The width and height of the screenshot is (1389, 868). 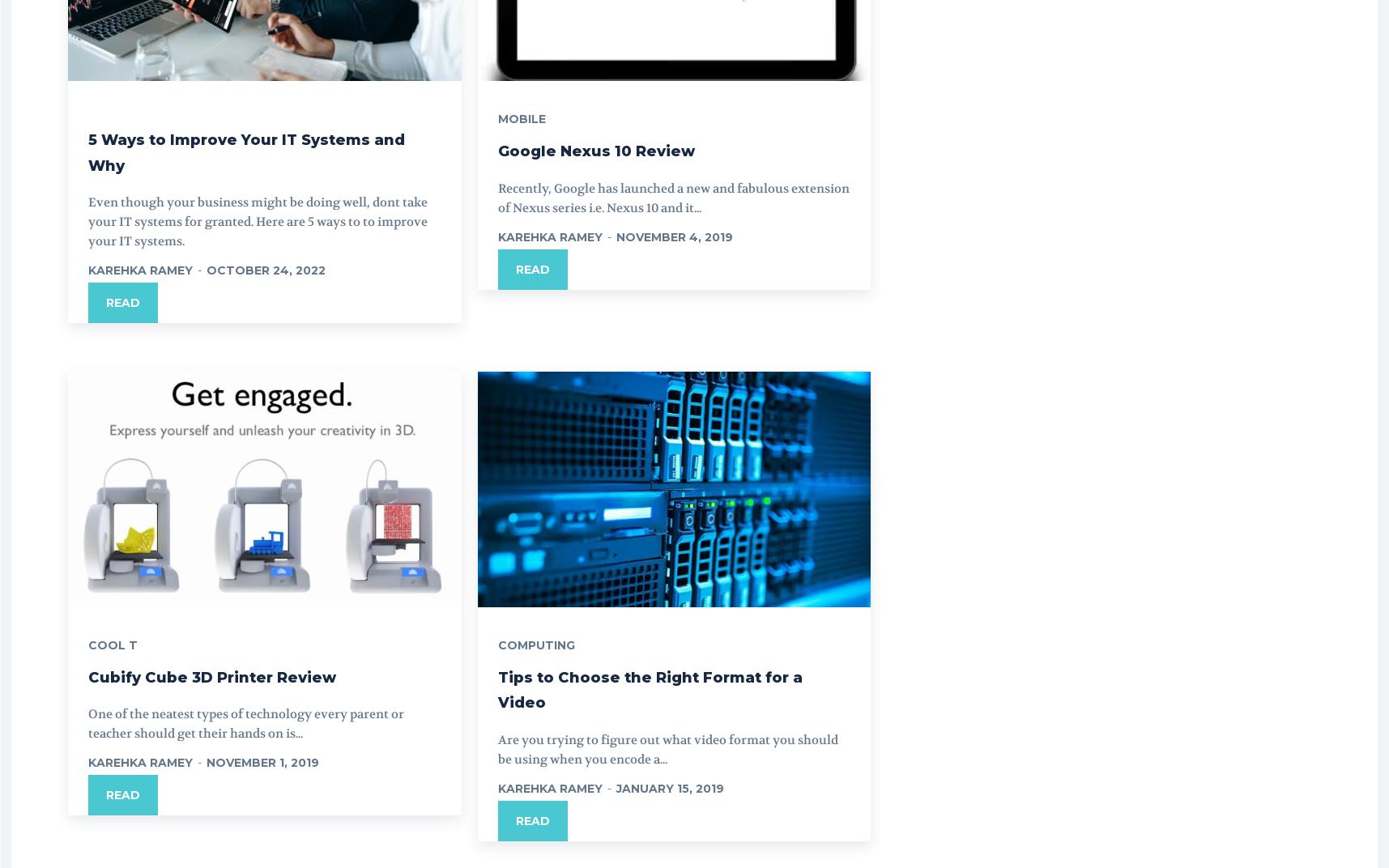 I want to click on 'Google Nexus 10 Review', so click(x=496, y=148).